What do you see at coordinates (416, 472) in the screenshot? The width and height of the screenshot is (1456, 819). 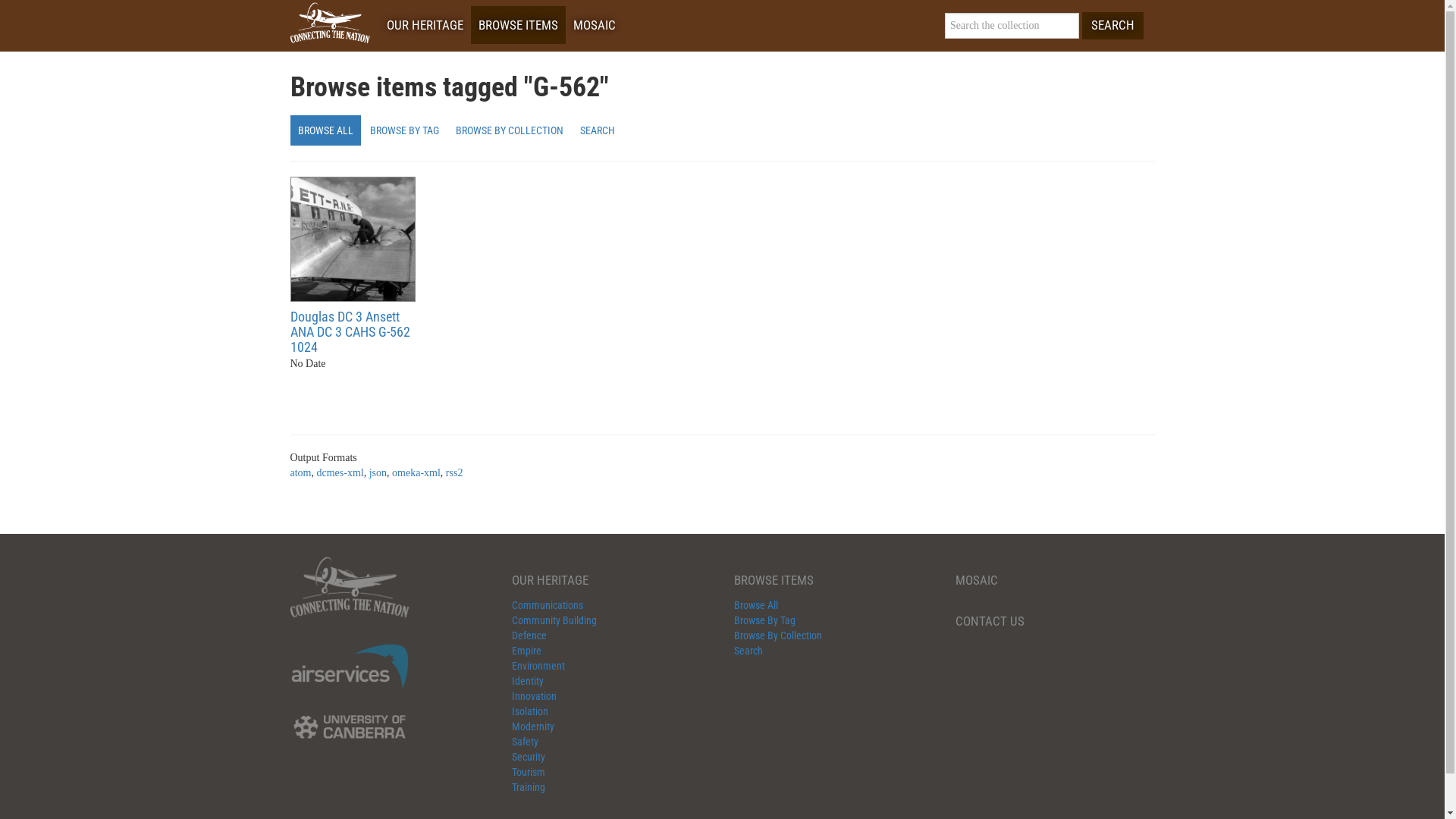 I see `'omeka-xml'` at bounding box center [416, 472].